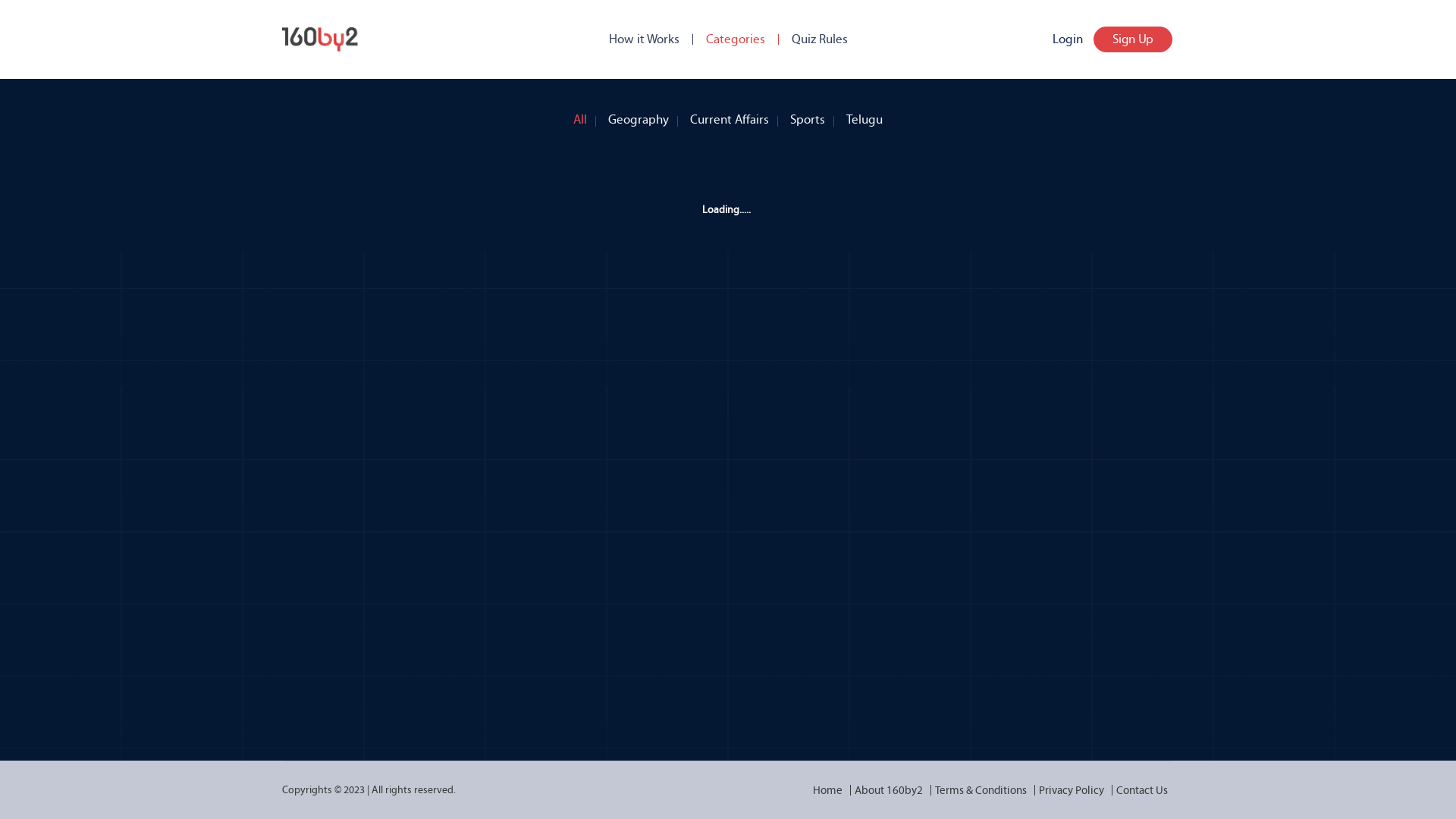 Image resolution: width=1456 pixels, height=819 pixels. What do you see at coordinates (847, 789) in the screenshot?
I see `'About 160by2'` at bounding box center [847, 789].